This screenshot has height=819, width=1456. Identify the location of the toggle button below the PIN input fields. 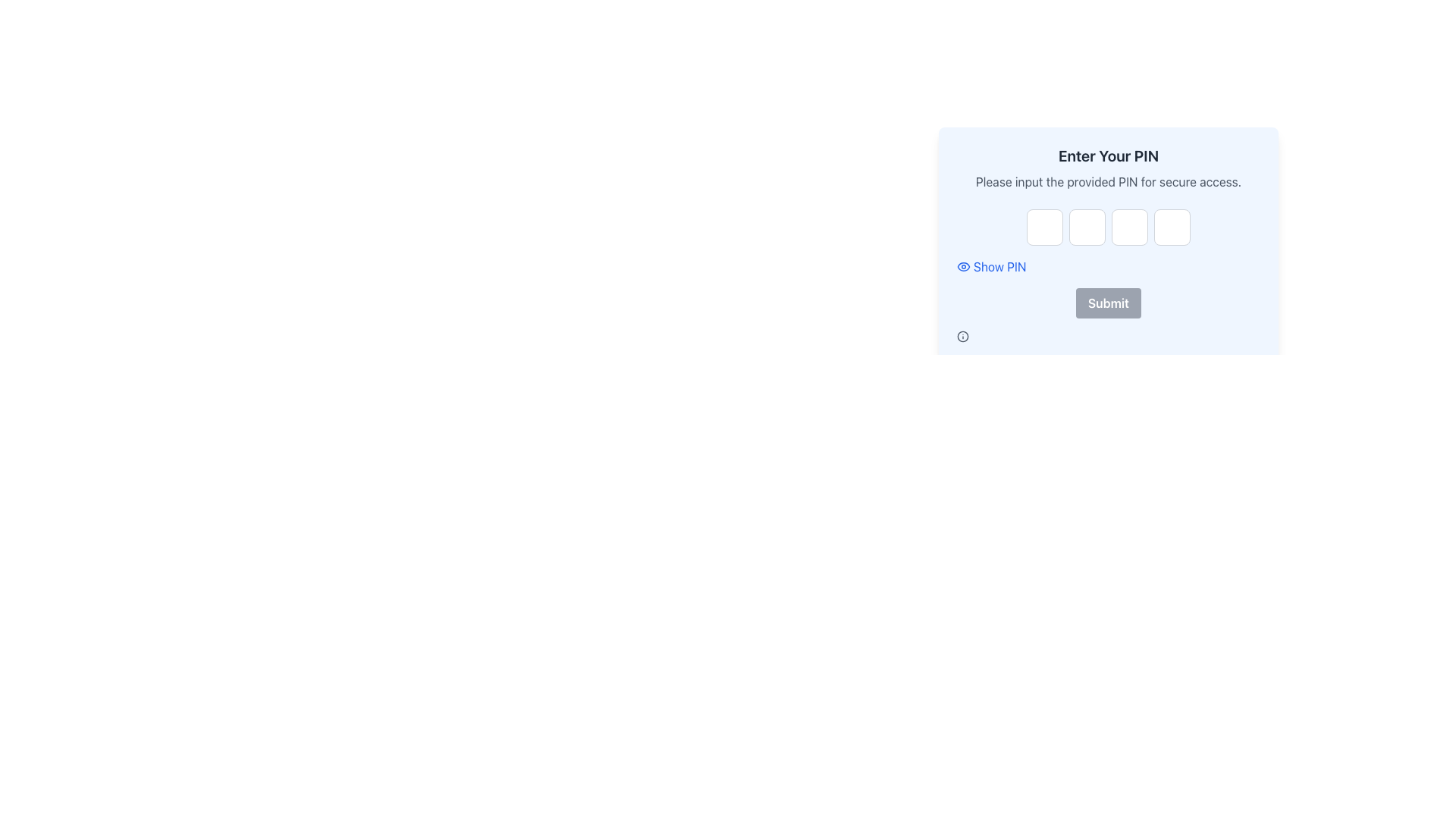
(991, 265).